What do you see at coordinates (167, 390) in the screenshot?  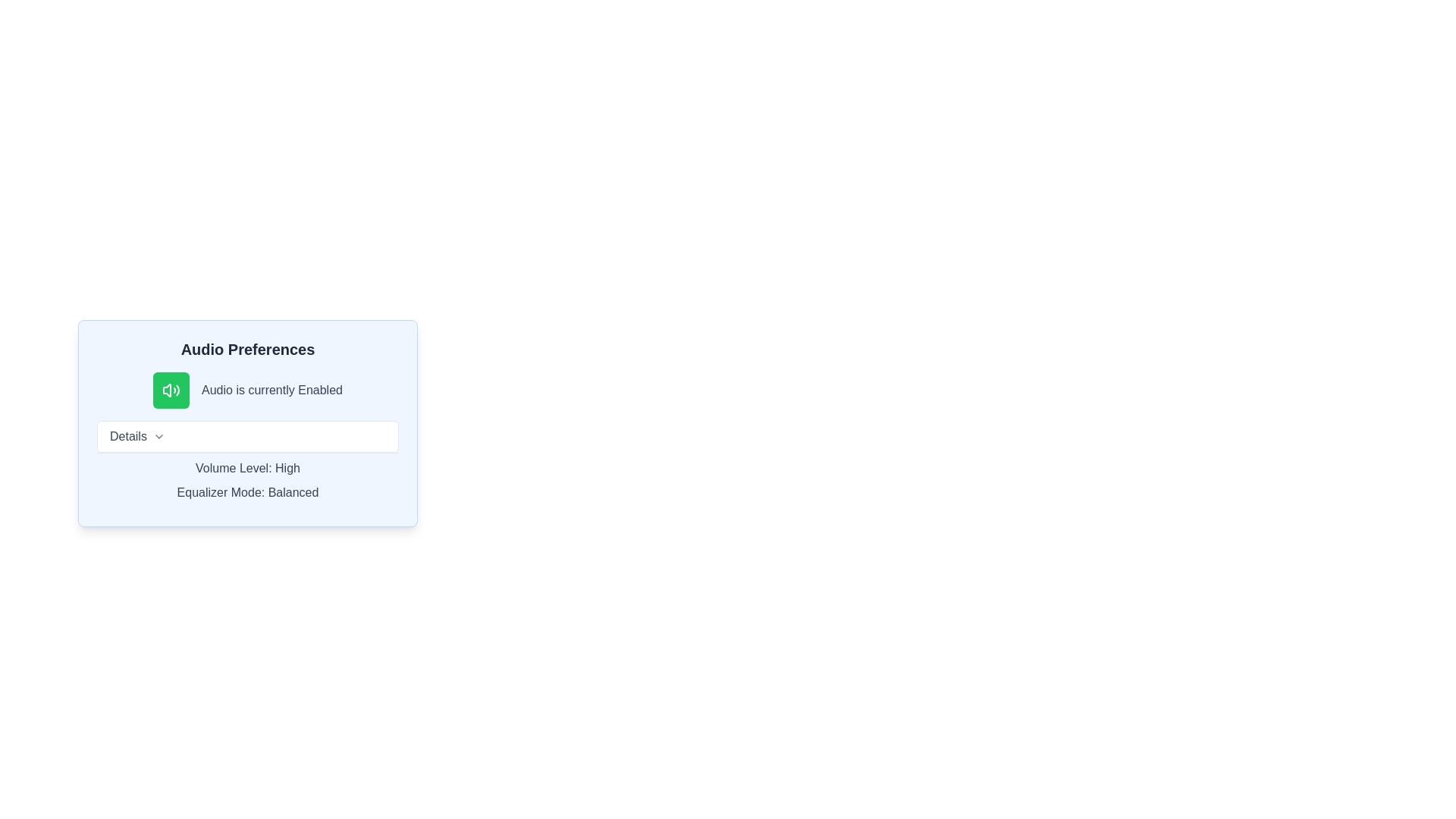 I see `the audio icon represented by a green speaker graphic within the 'Audio Preferences' panel` at bounding box center [167, 390].